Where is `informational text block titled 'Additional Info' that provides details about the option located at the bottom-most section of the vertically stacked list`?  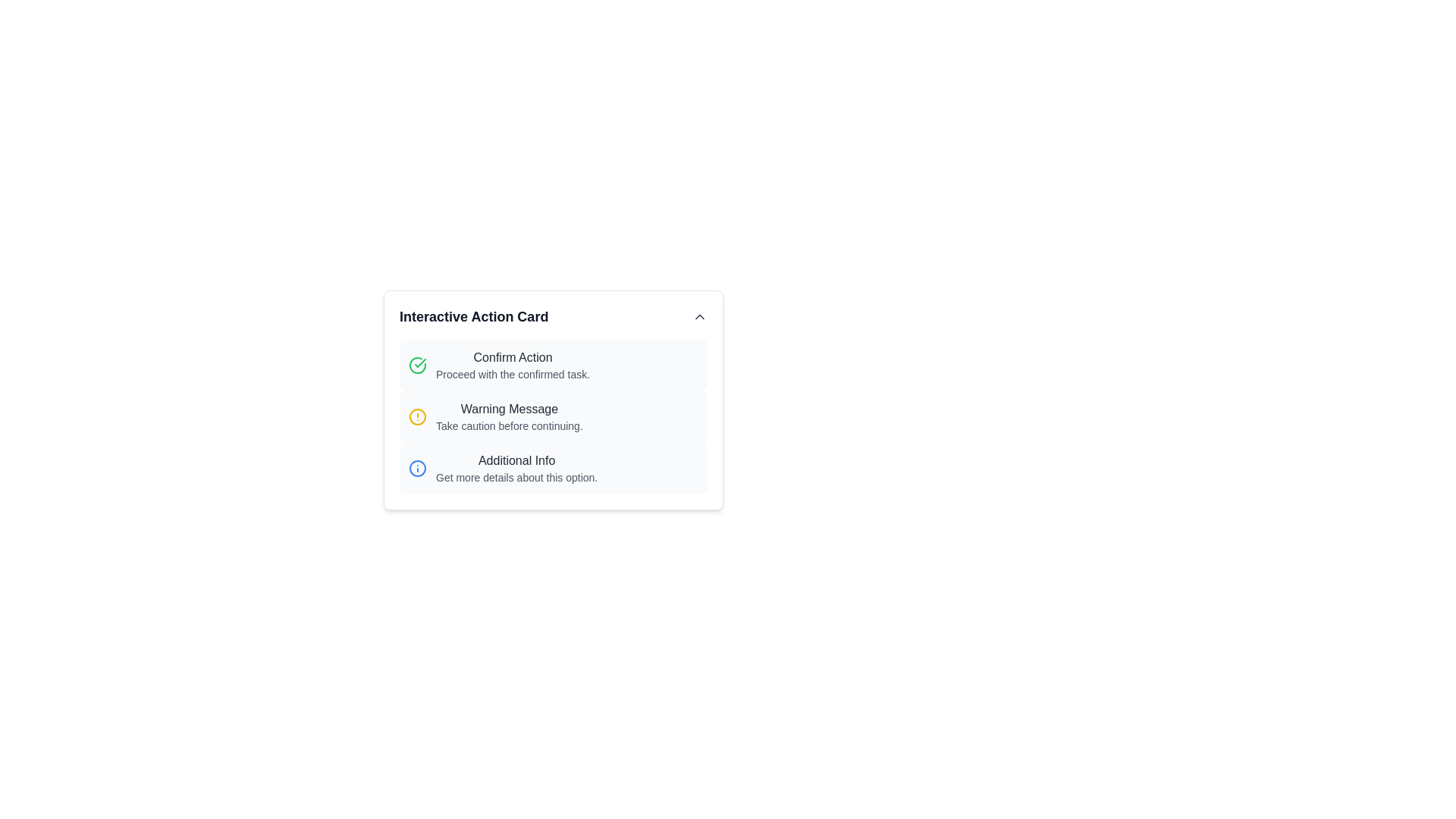 informational text block titled 'Additional Info' that provides details about the option located at the bottom-most section of the vertically stacked list is located at coordinates (516, 467).